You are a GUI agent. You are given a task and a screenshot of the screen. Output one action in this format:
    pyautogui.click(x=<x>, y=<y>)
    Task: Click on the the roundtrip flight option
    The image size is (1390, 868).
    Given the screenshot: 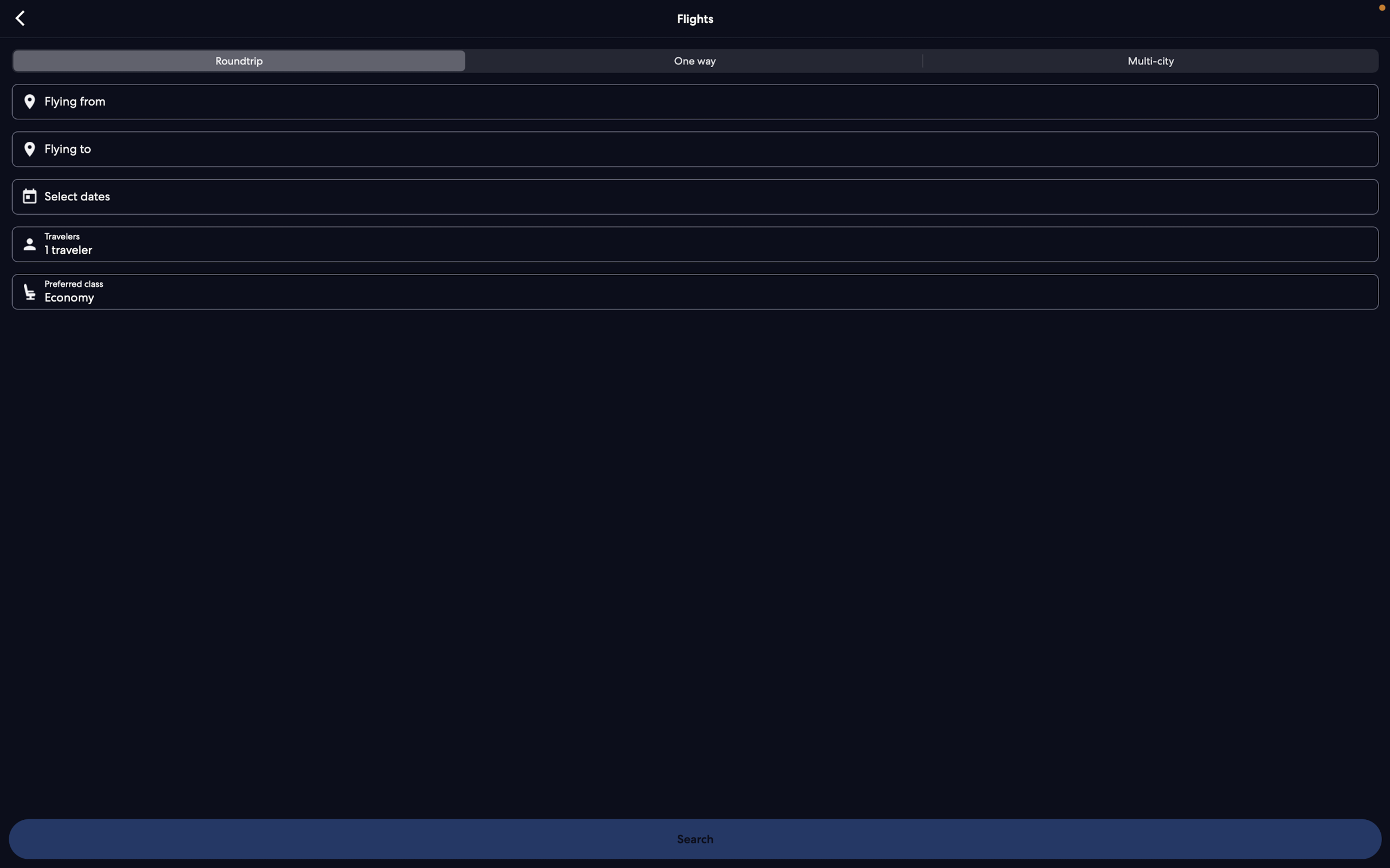 What is the action you would take?
    pyautogui.click(x=240, y=61)
    